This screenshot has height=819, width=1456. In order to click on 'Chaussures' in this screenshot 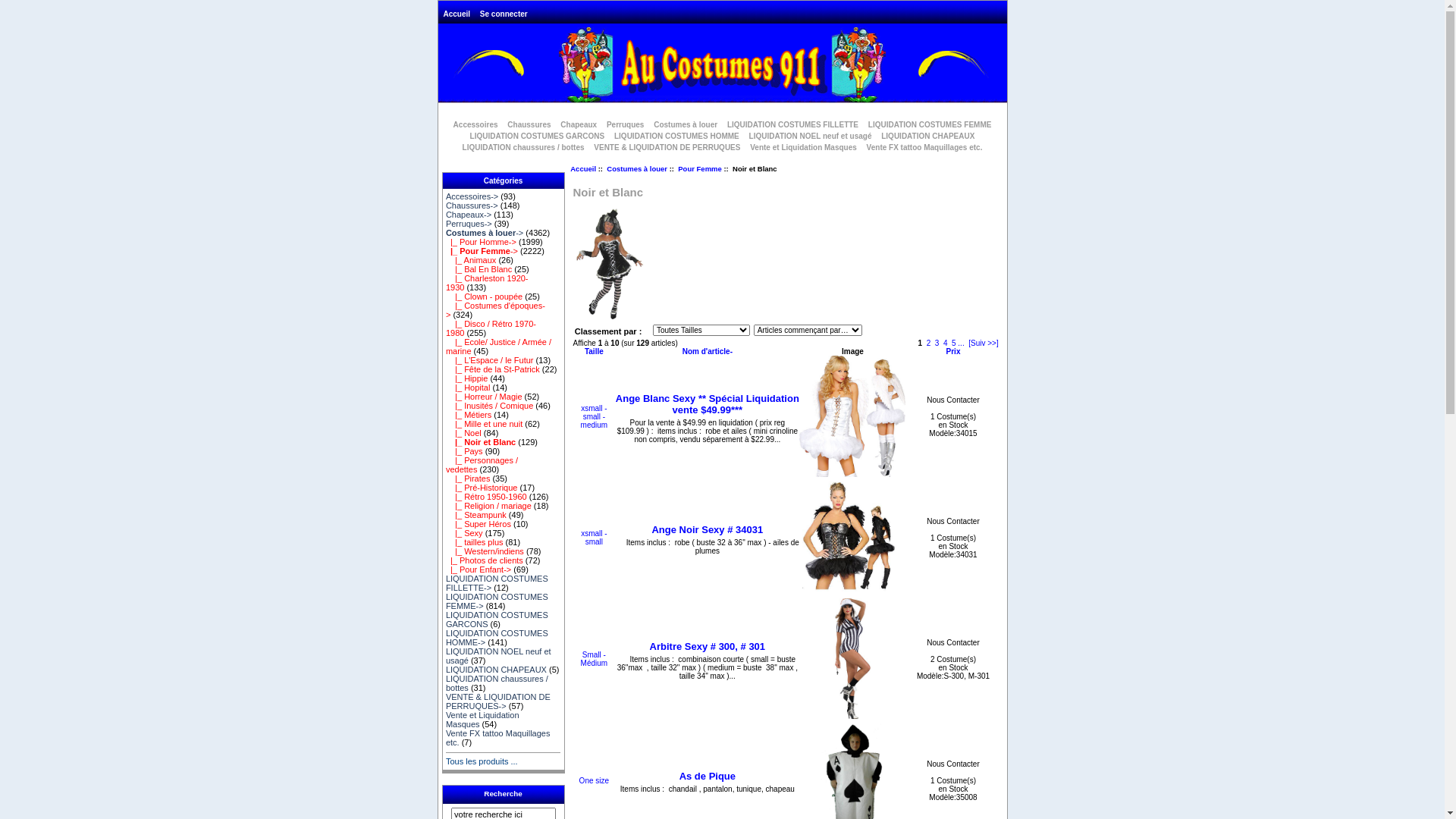, I will do `click(529, 124)`.